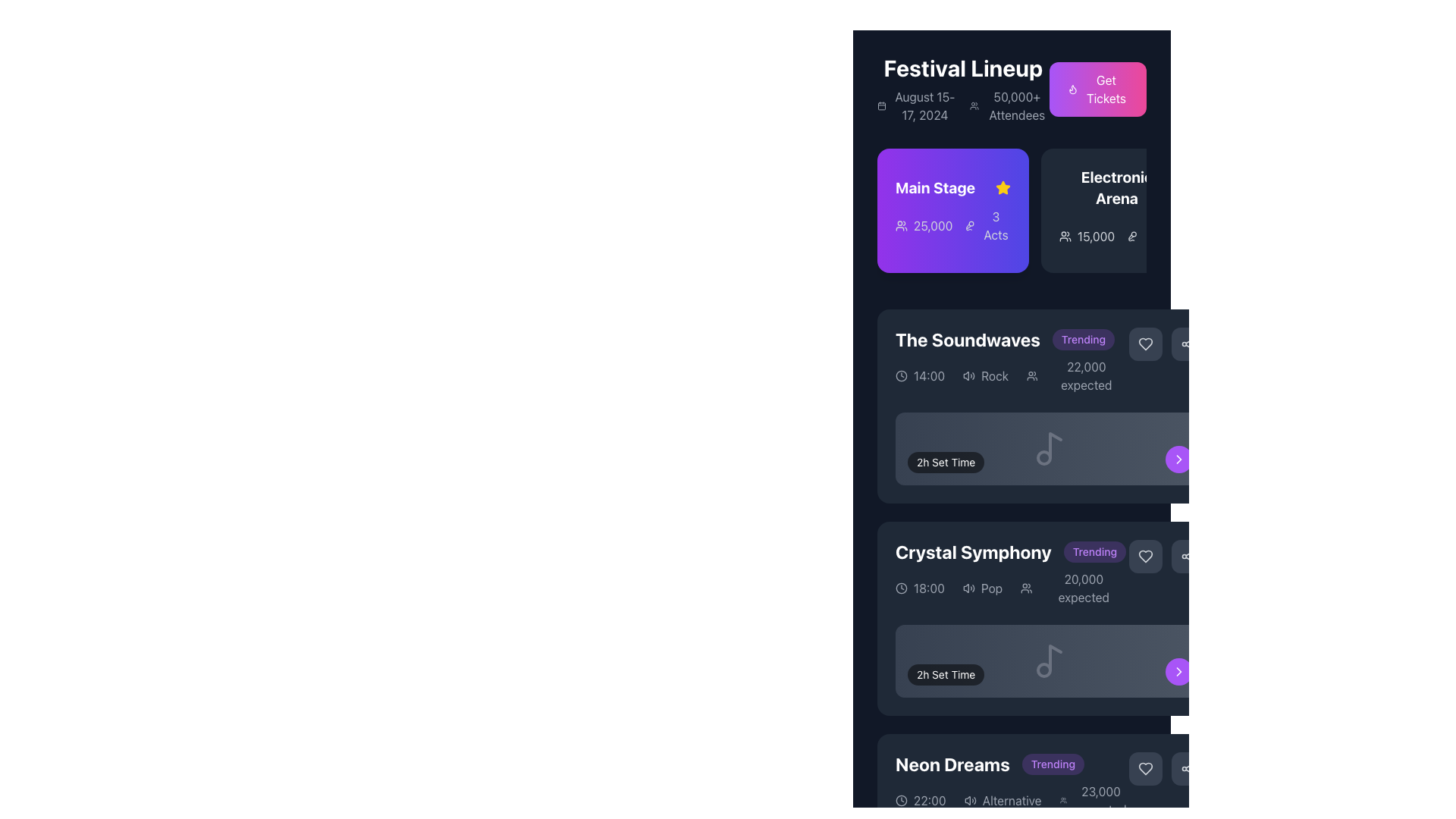 The image size is (1456, 819). What do you see at coordinates (1146, 769) in the screenshot?
I see `the heart-shaped icon button with a dark gray background` at bounding box center [1146, 769].